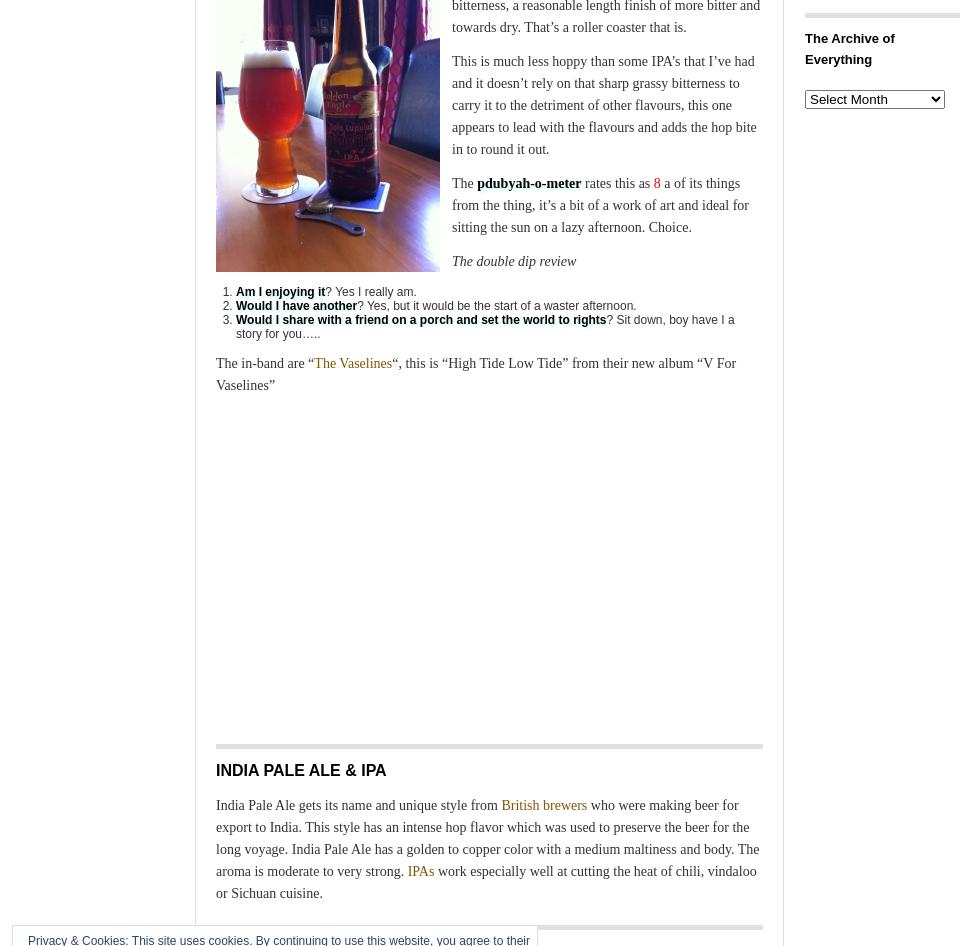 The width and height of the screenshot is (980, 946). Describe the element at coordinates (527, 183) in the screenshot. I see `'pdubyah-o-meter'` at that location.